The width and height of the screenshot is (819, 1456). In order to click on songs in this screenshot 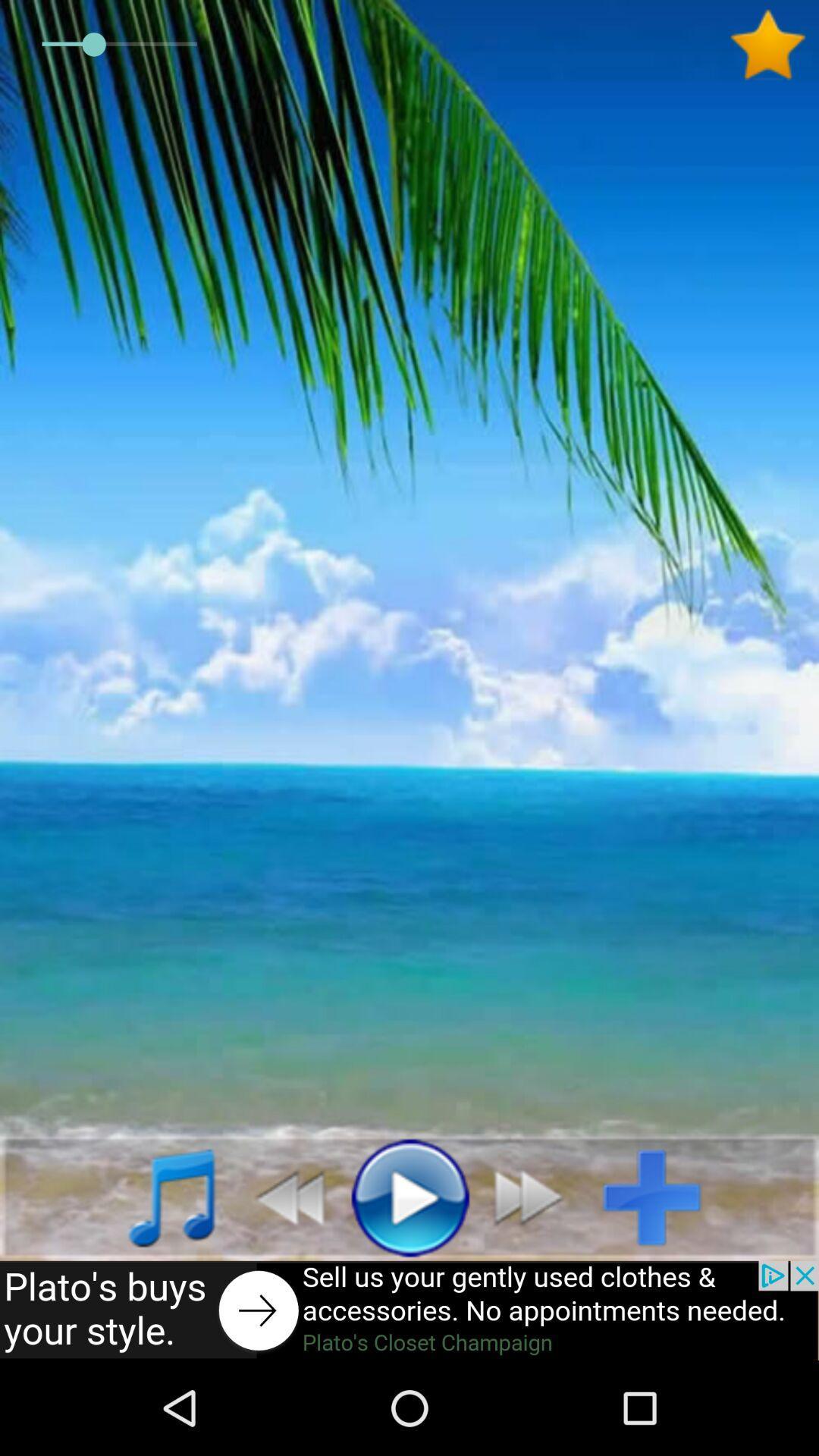, I will do `click(155, 1196)`.